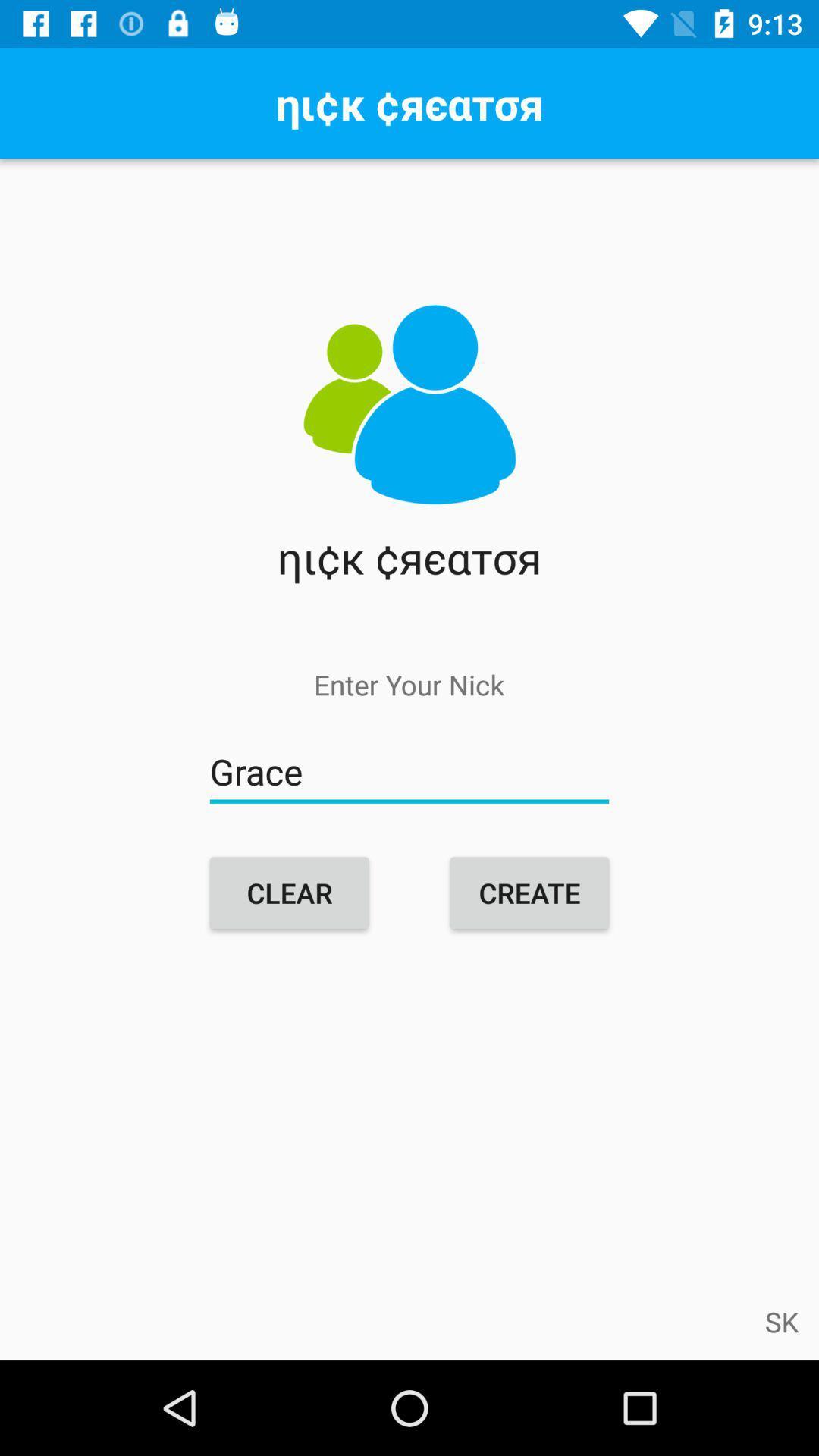  Describe the element at coordinates (782, 1320) in the screenshot. I see `the sk item` at that location.